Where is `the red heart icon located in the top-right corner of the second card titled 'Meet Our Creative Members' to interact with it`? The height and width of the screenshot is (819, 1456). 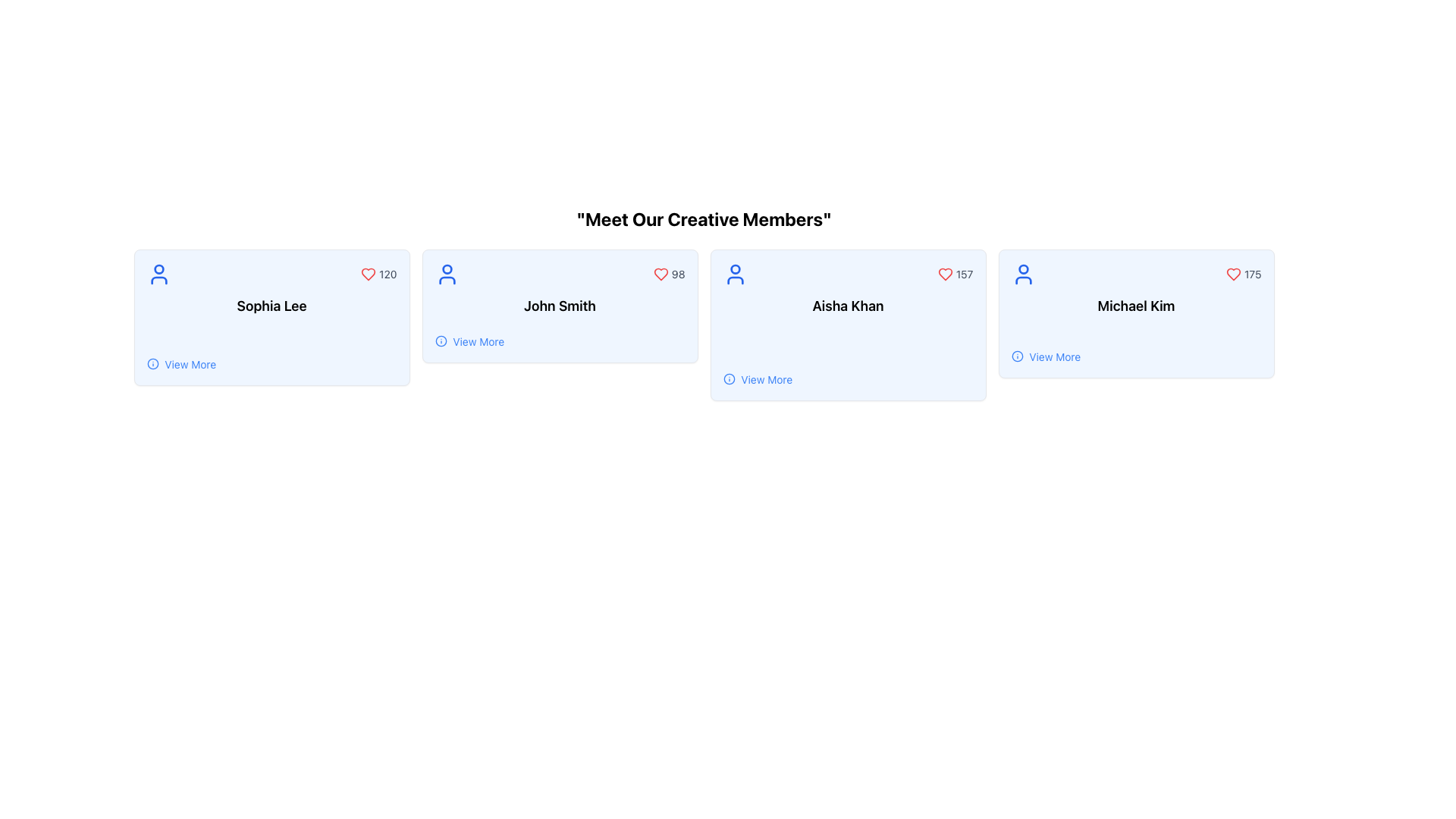
the red heart icon located in the top-right corner of the second card titled 'Meet Our Creative Members' to interact with it is located at coordinates (668, 275).